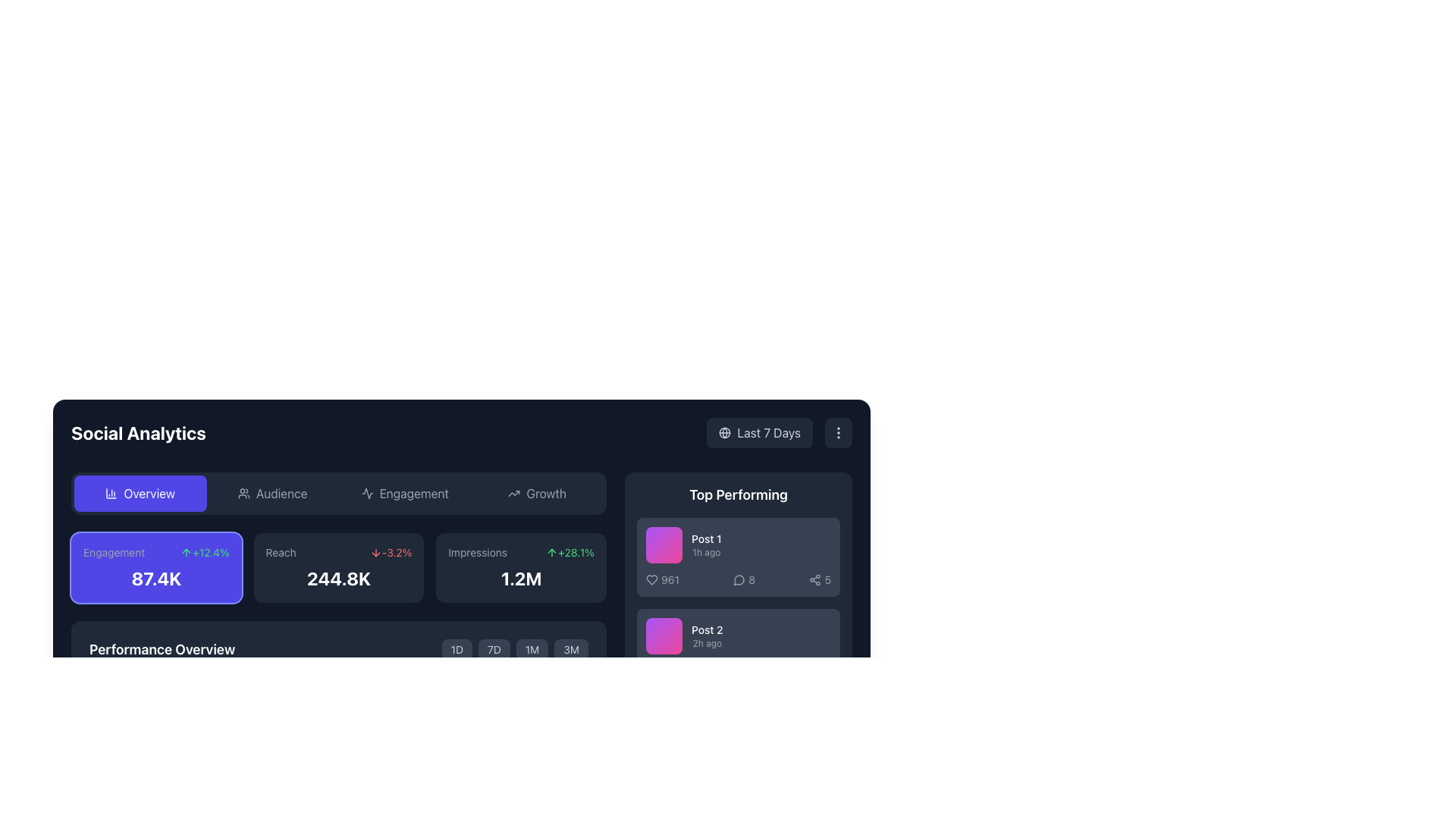 This screenshot has width=1456, height=819. What do you see at coordinates (819, 579) in the screenshot?
I see `the share count icon located in the bottom-right section of the 'Post 1' card under 'Top Performing', which is the third count-label pair after '961' and '8'` at bounding box center [819, 579].